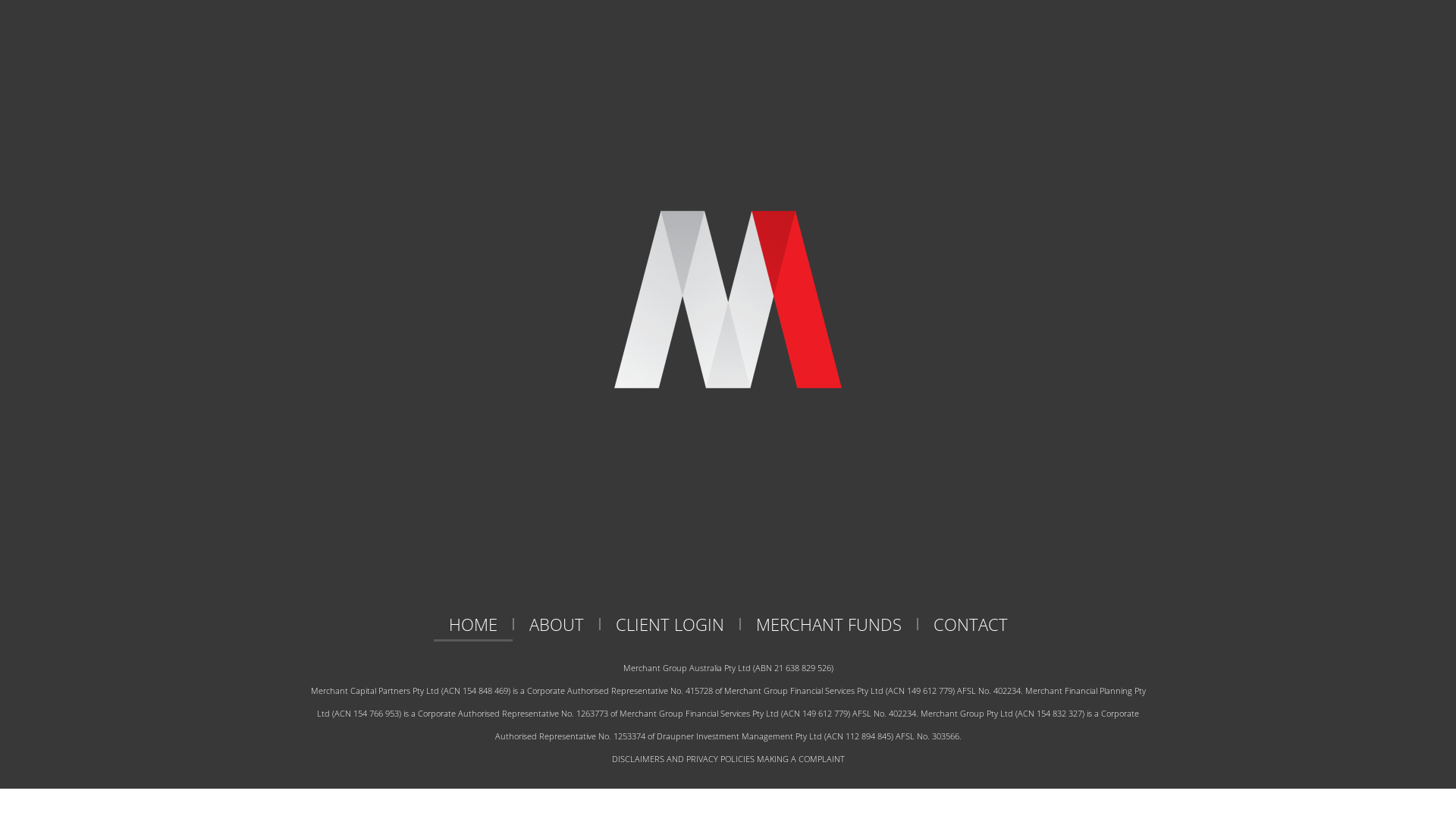 The image size is (1456, 819). Describe the element at coordinates (472, 623) in the screenshot. I see `'HOME'` at that location.